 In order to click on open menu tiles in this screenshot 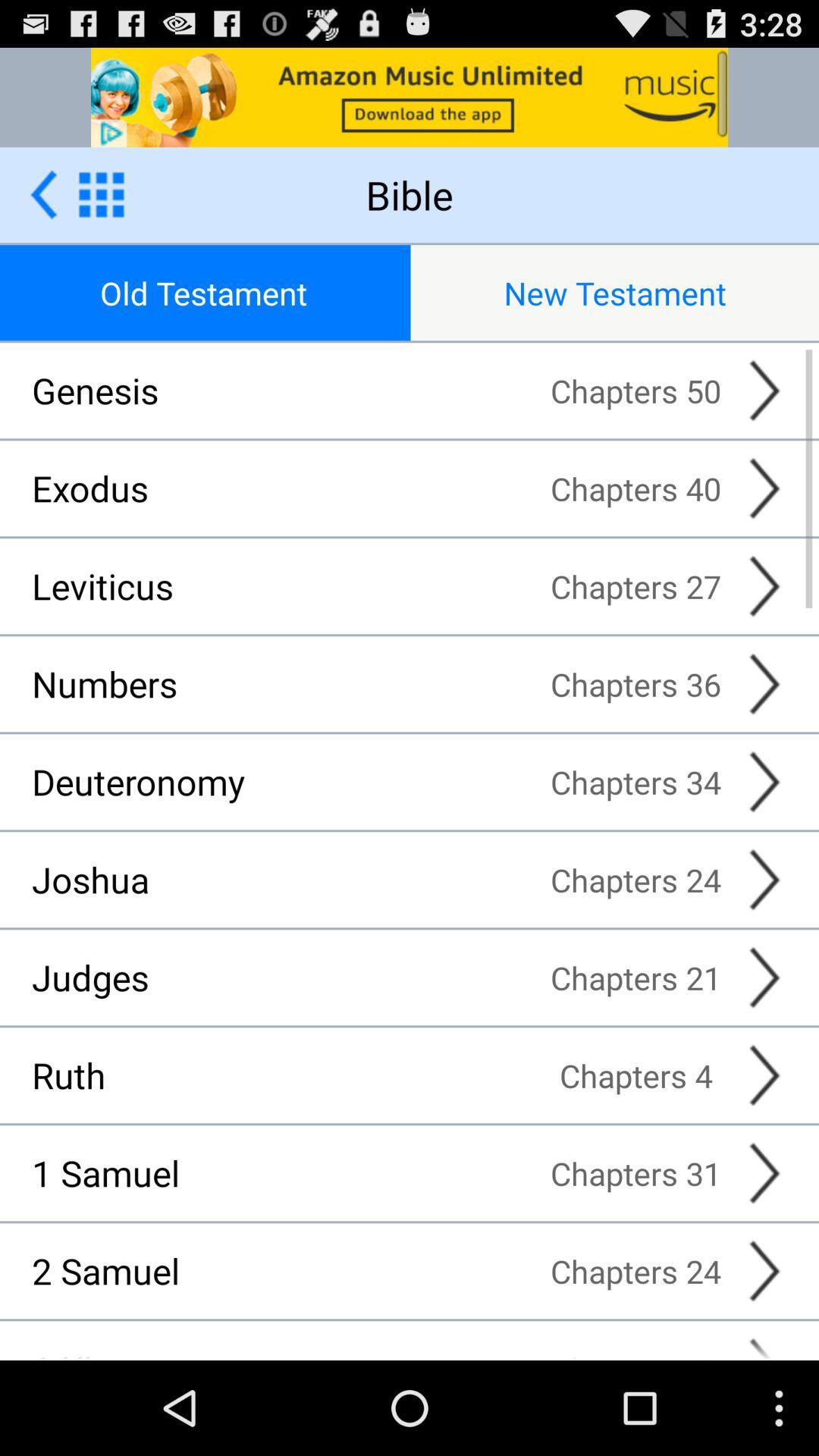, I will do `click(101, 193)`.